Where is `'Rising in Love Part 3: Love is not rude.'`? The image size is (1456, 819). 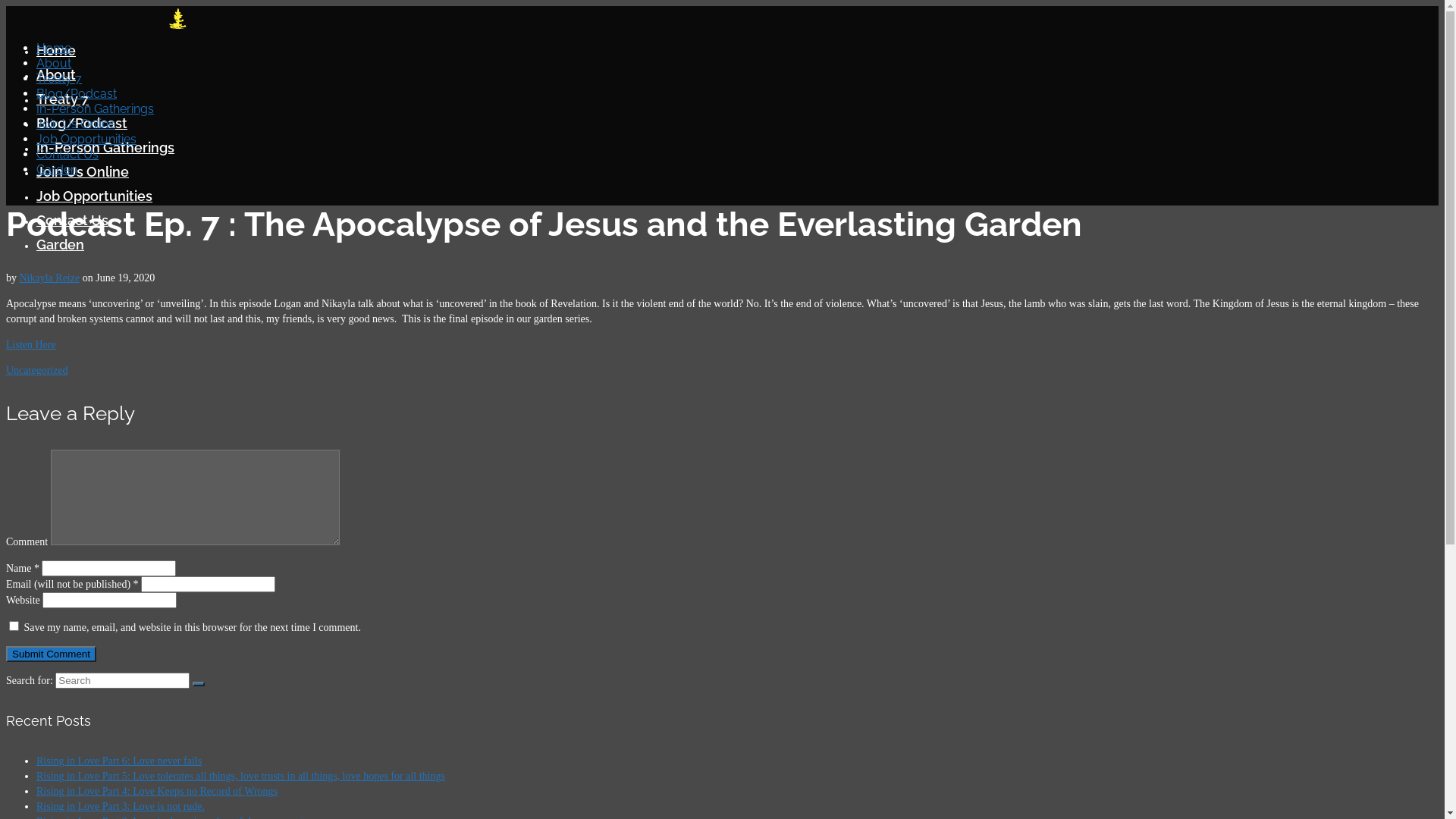 'Rising in Love Part 3: Love is not rude.' is located at coordinates (119, 805).